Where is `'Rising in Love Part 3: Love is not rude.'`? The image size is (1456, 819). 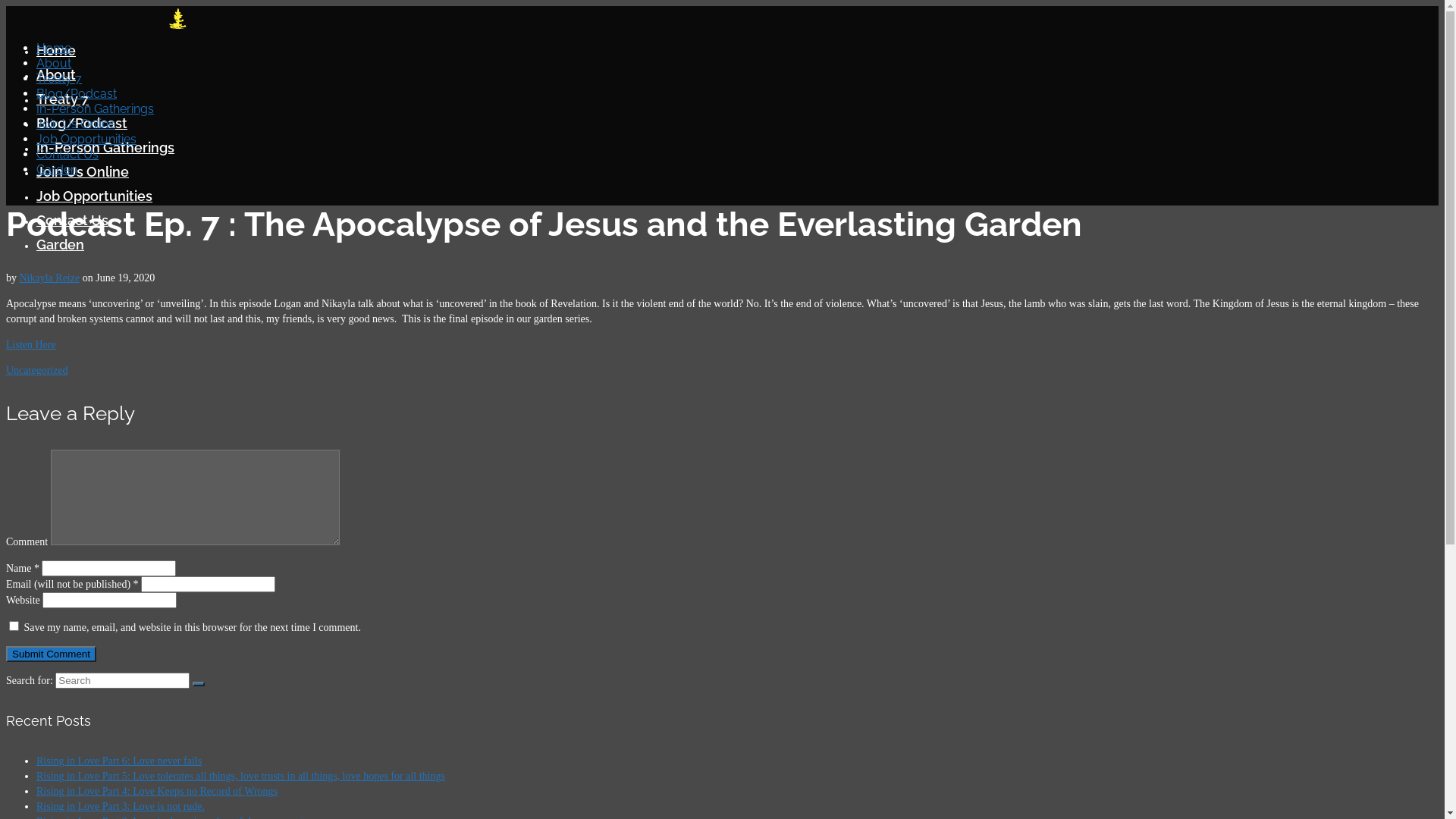 'Rising in Love Part 3: Love is not rude.' is located at coordinates (119, 805).